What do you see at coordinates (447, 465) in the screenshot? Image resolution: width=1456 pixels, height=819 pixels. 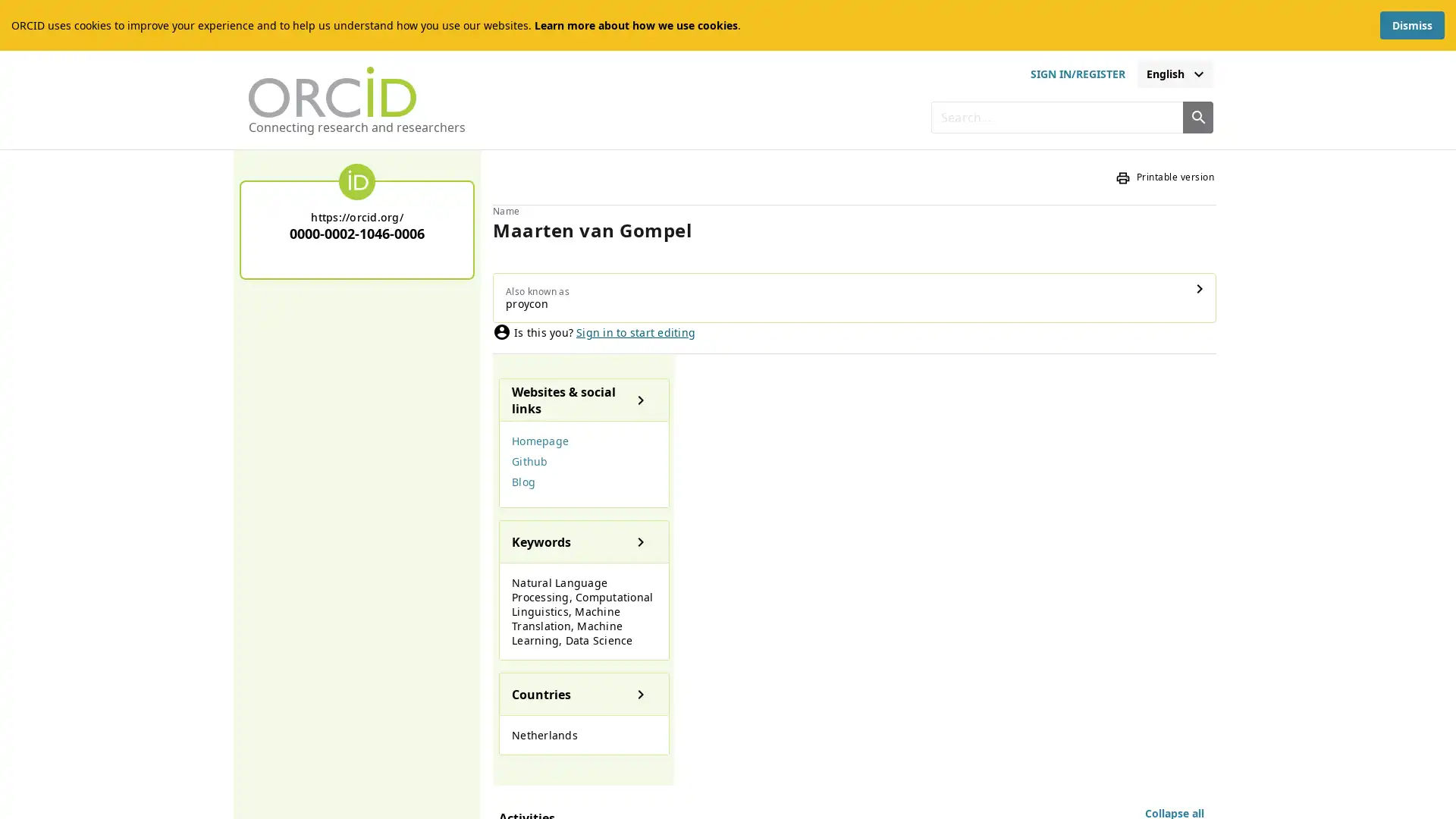 I see `Show details` at bounding box center [447, 465].